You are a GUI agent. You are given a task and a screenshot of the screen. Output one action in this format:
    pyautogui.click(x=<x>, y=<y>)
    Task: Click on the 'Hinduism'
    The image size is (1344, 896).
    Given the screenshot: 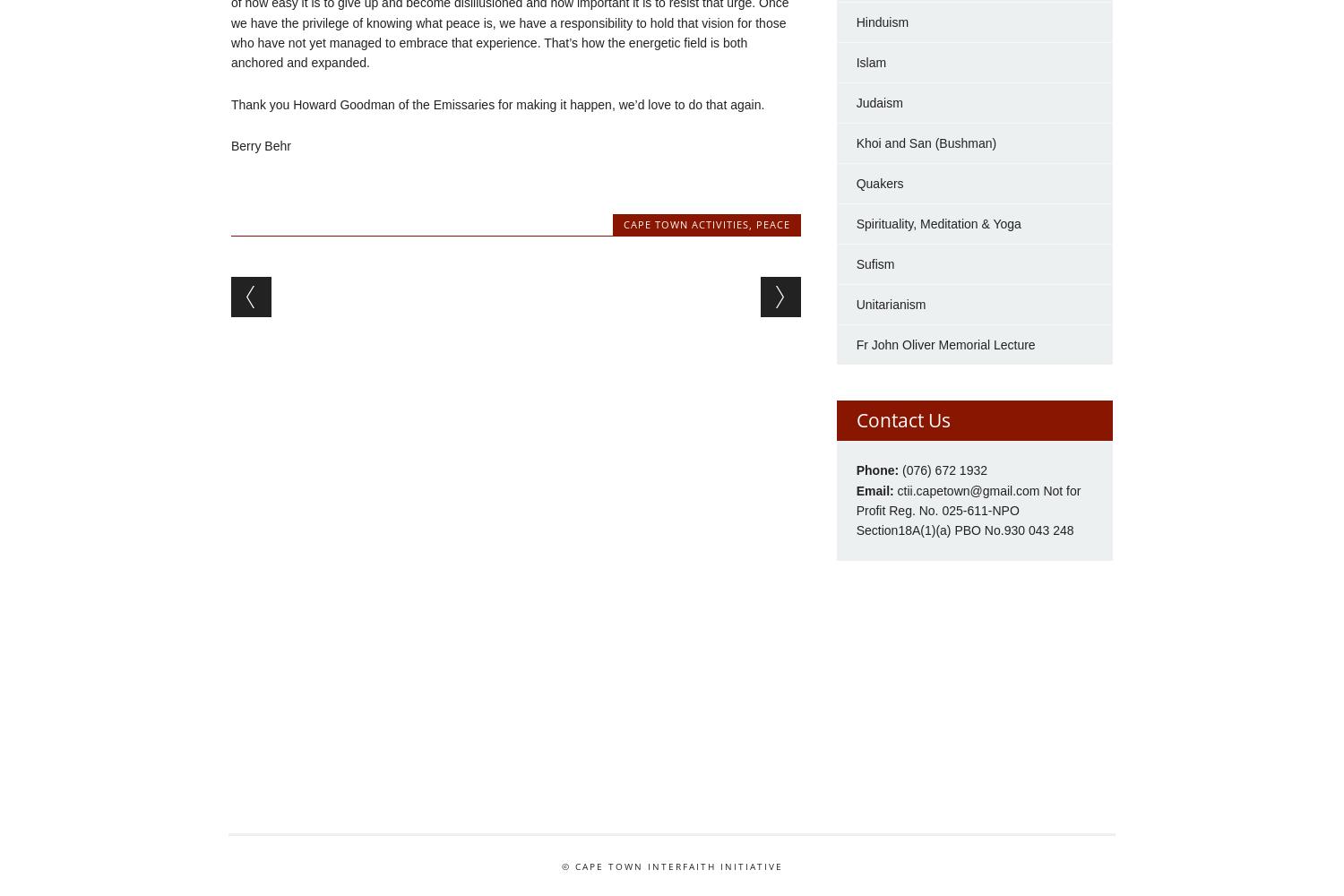 What is the action you would take?
    pyautogui.click(x=855, y=22)
    